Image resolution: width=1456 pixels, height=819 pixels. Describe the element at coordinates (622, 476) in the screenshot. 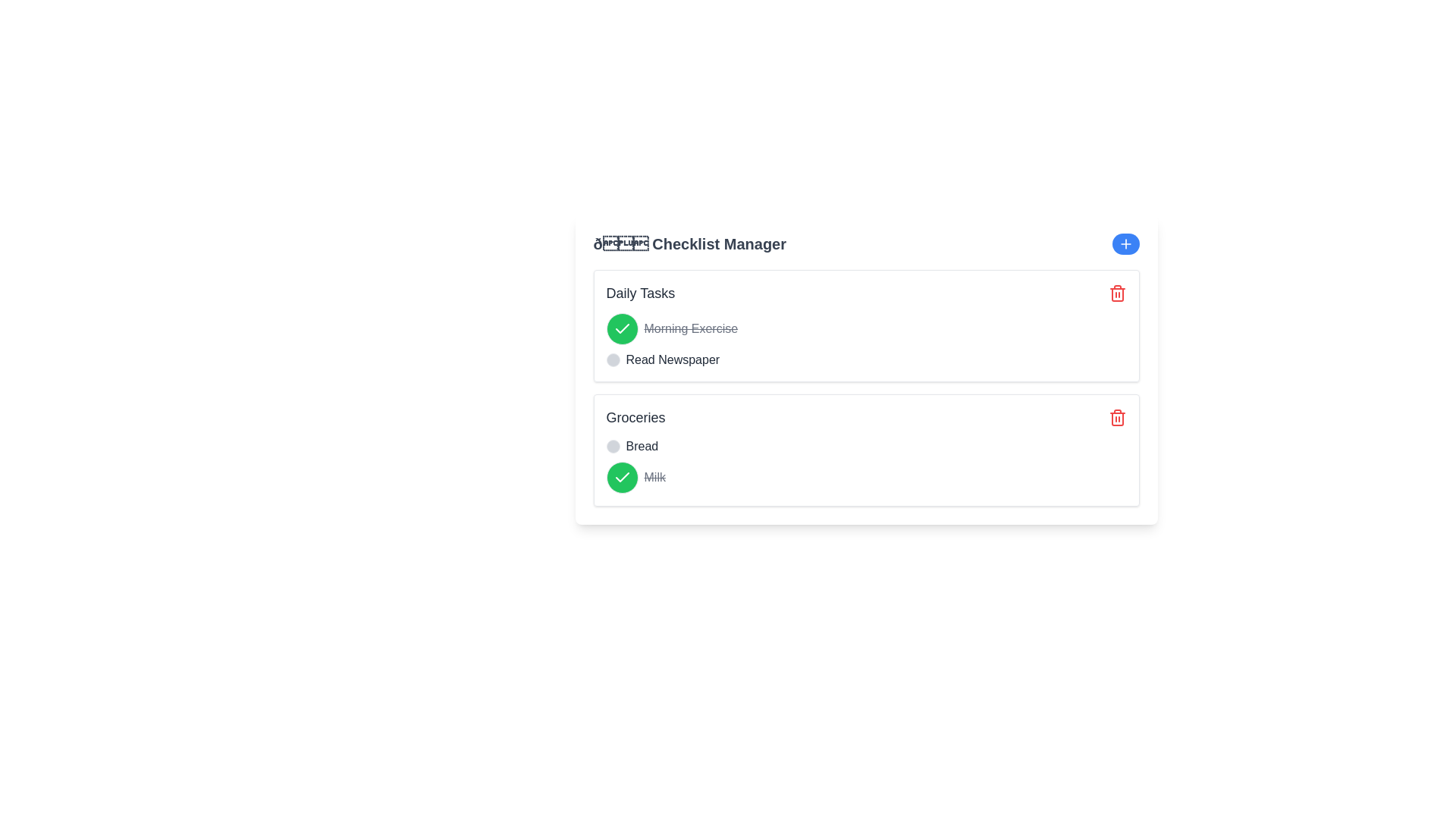

I see `the checkbox button next to the text 'Milk'` at that location.